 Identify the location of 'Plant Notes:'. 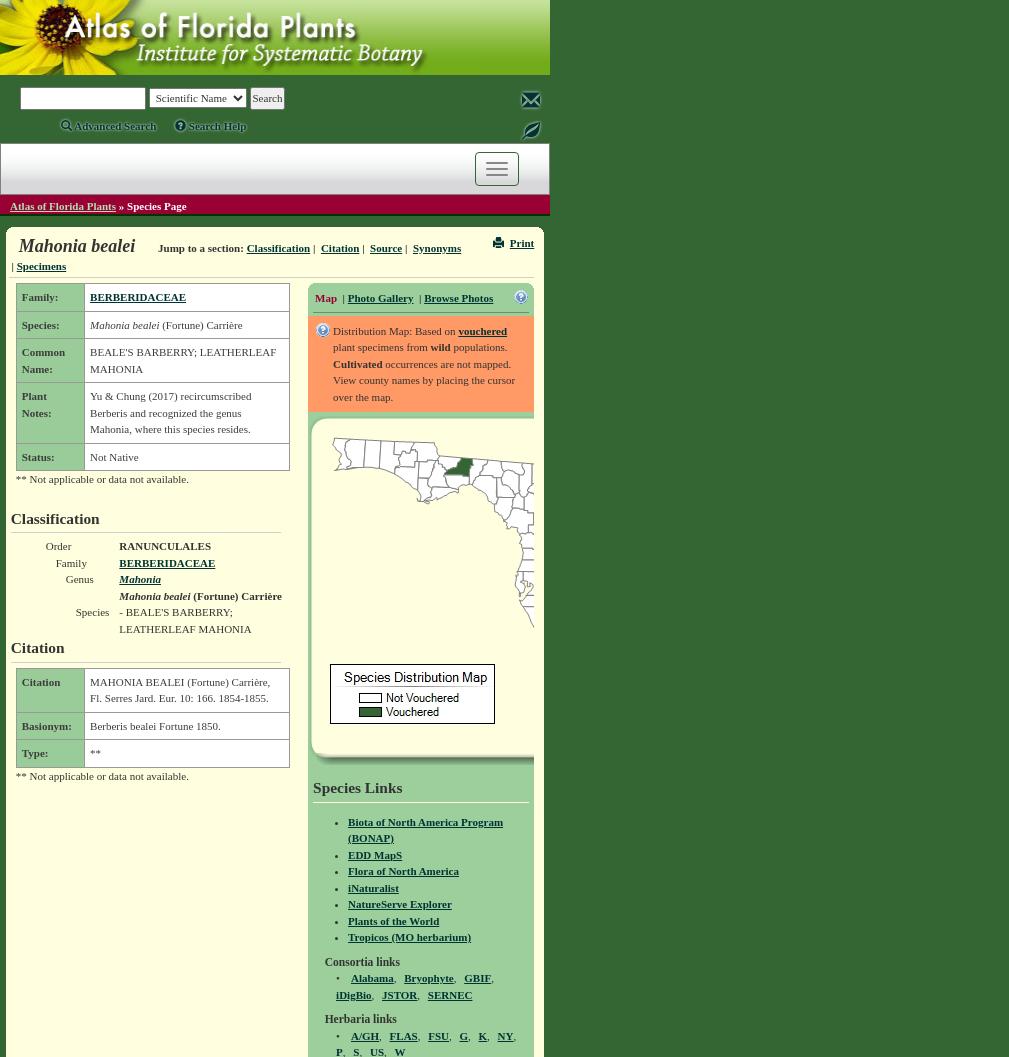
(19, 402).